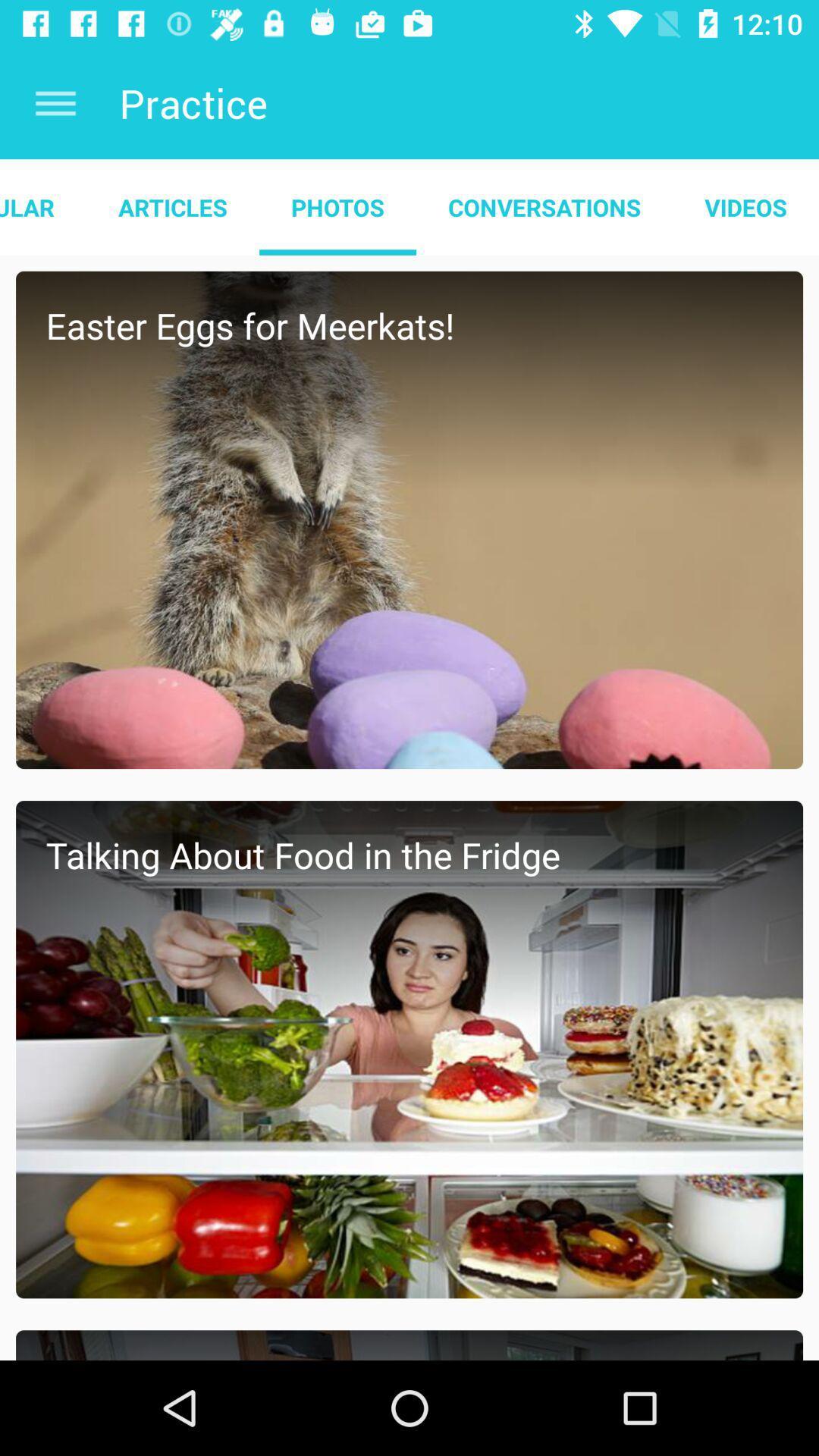  Describe the element at coordinates (745, 206) in the screenshot. I see `the videos icon` at that location.